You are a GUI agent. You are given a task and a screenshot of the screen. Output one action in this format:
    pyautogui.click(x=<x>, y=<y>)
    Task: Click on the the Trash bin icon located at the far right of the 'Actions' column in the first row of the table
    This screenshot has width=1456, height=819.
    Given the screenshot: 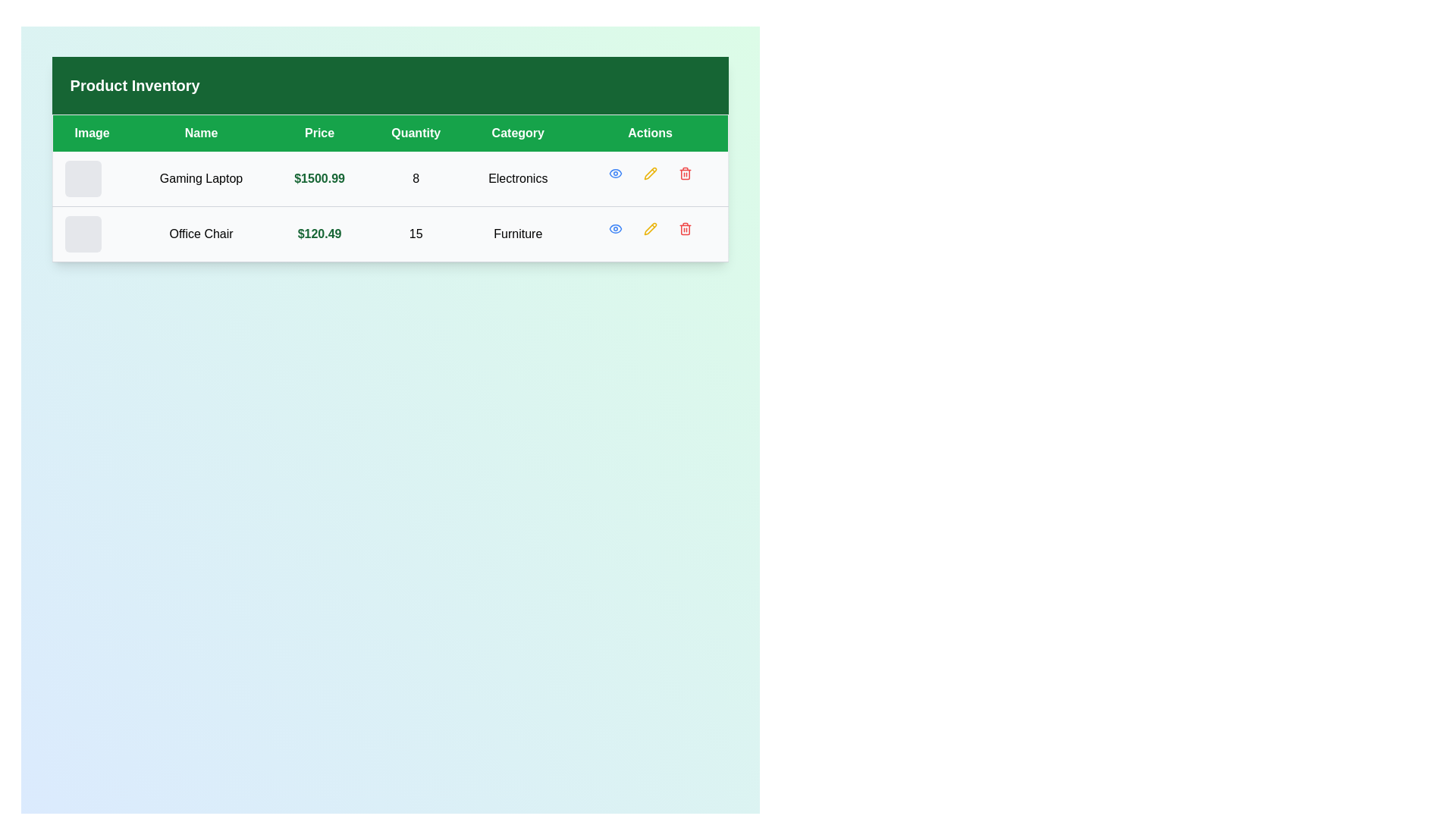 What is the action you would take?
    pyautogui.click(x=684, y=172)
    